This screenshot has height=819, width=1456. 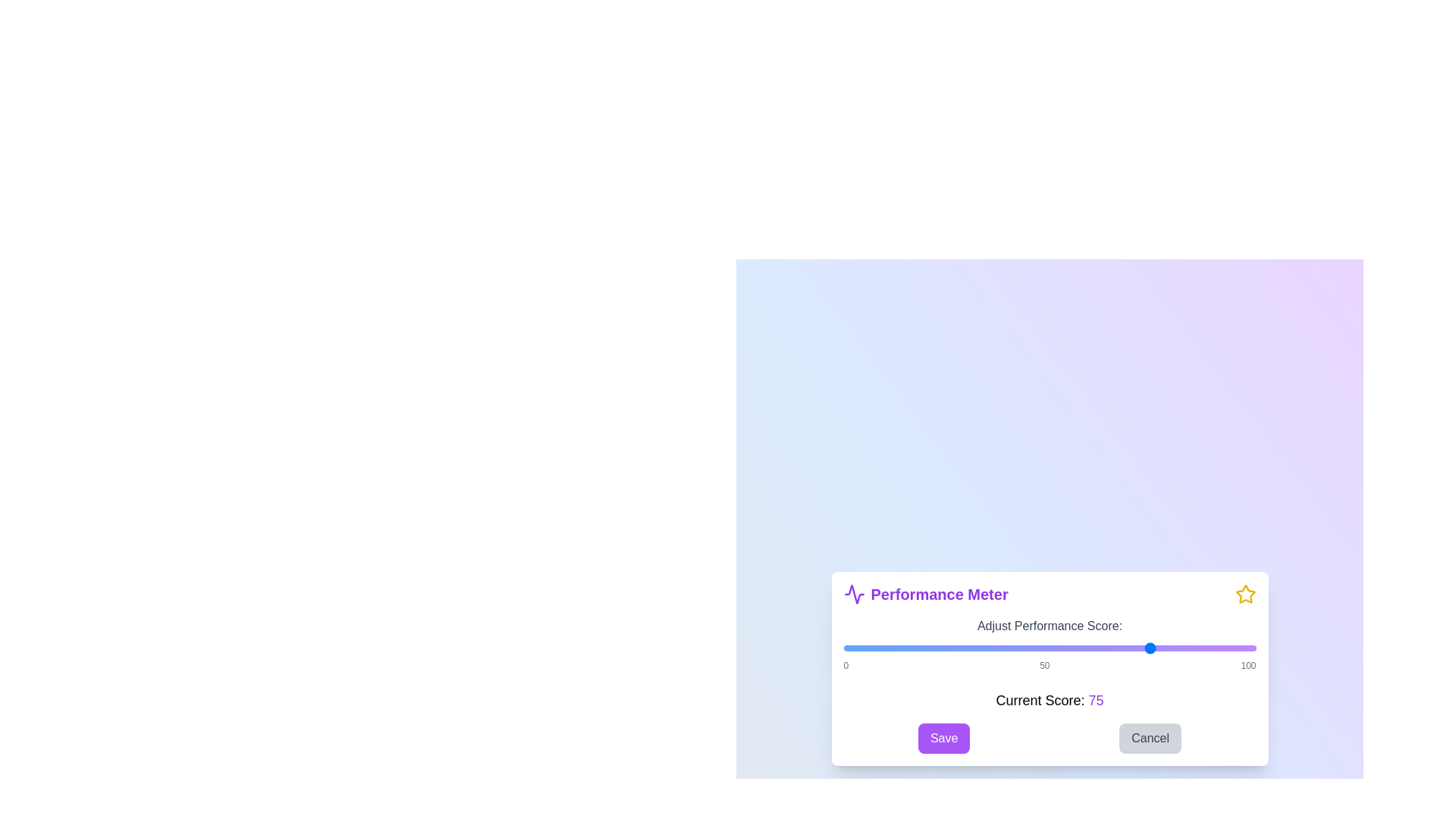 I want to click on the performance score to 32 using the slider, so click(x=975, y=648).